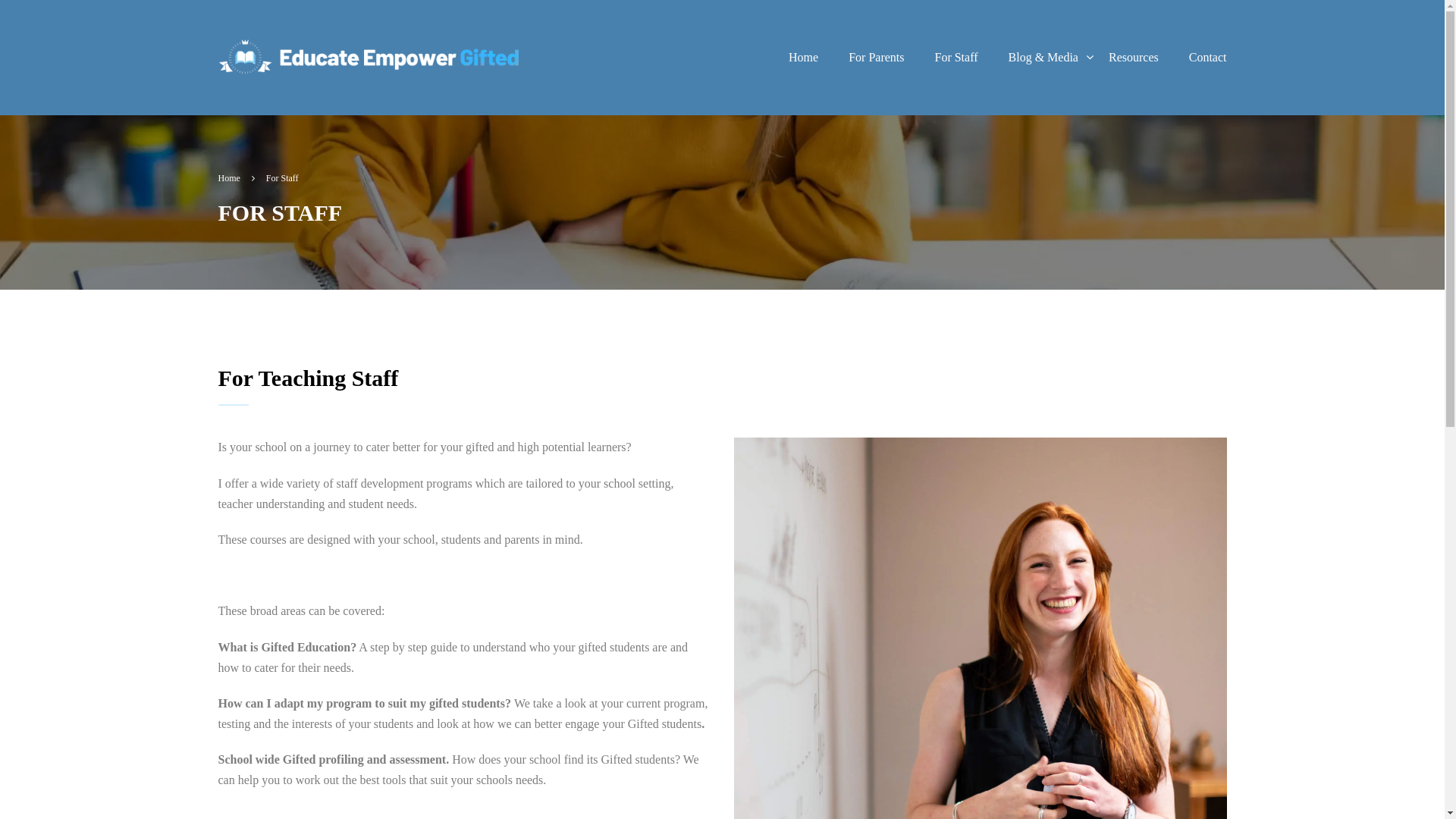 The width and height of the screenshot is (1456, 819). Describe the element at coordinates (1133, 57) in the screenshot. I see `'Resources'` at that location.